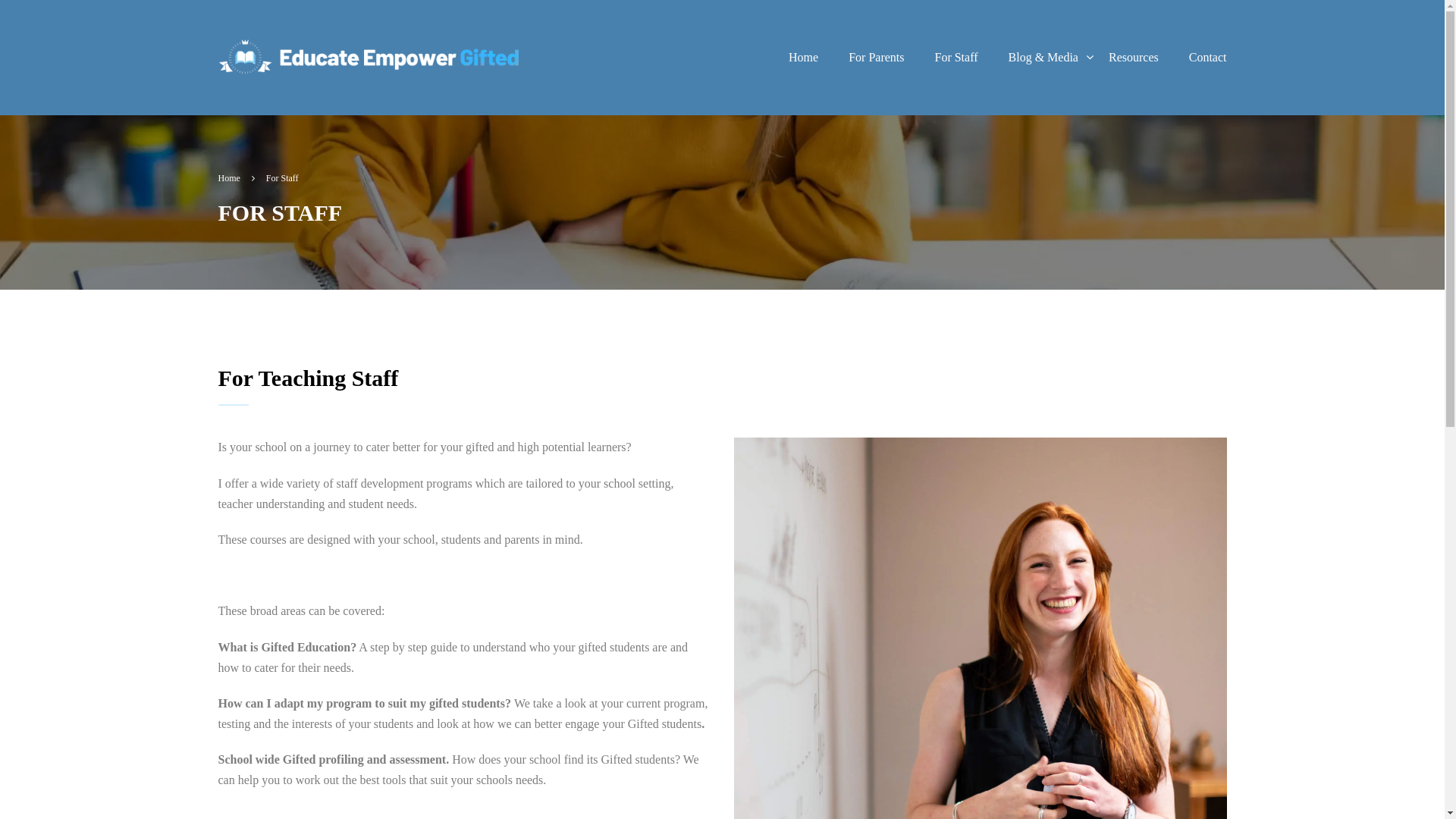 The width and height of the screenshot is (1456, 819). Describe the element at coordinates (1133, 57) in the screenshot. I see `'Resources'` at that location.